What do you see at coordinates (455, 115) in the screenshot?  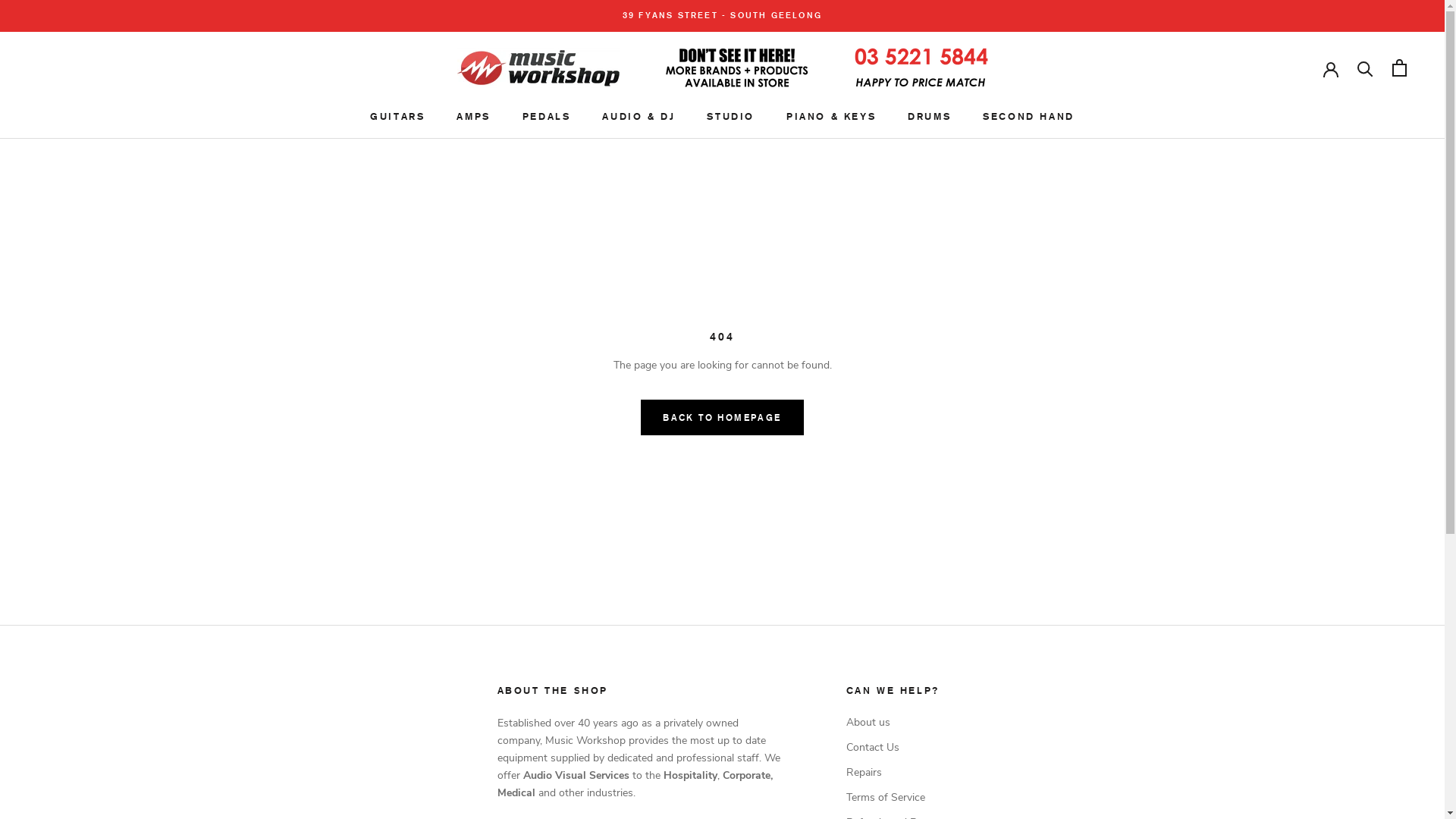 I see `'AMPS'` at bounding box center [455, 115].